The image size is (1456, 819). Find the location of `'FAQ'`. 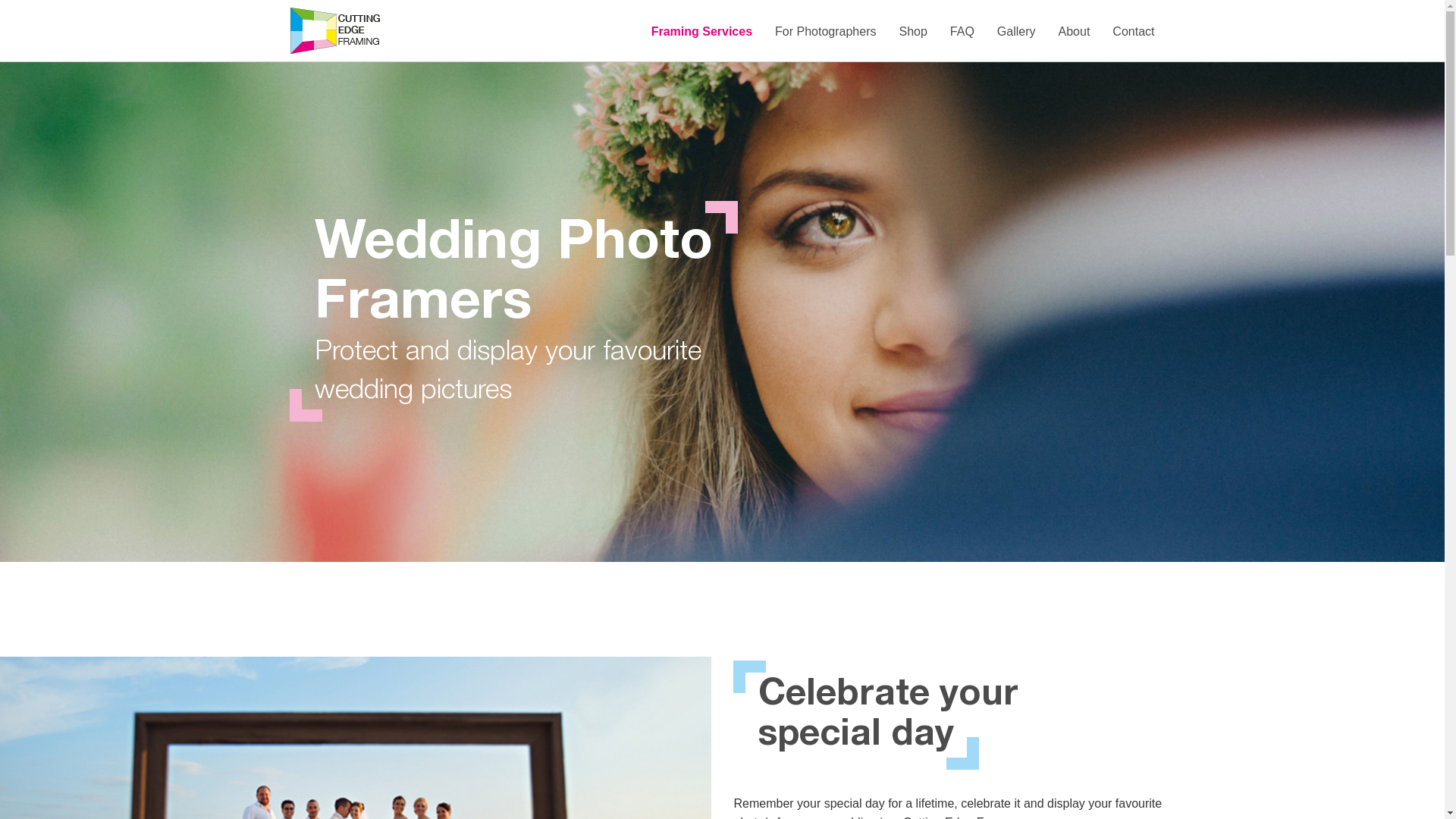

'FAQ' is located at coordinates (961, 32).